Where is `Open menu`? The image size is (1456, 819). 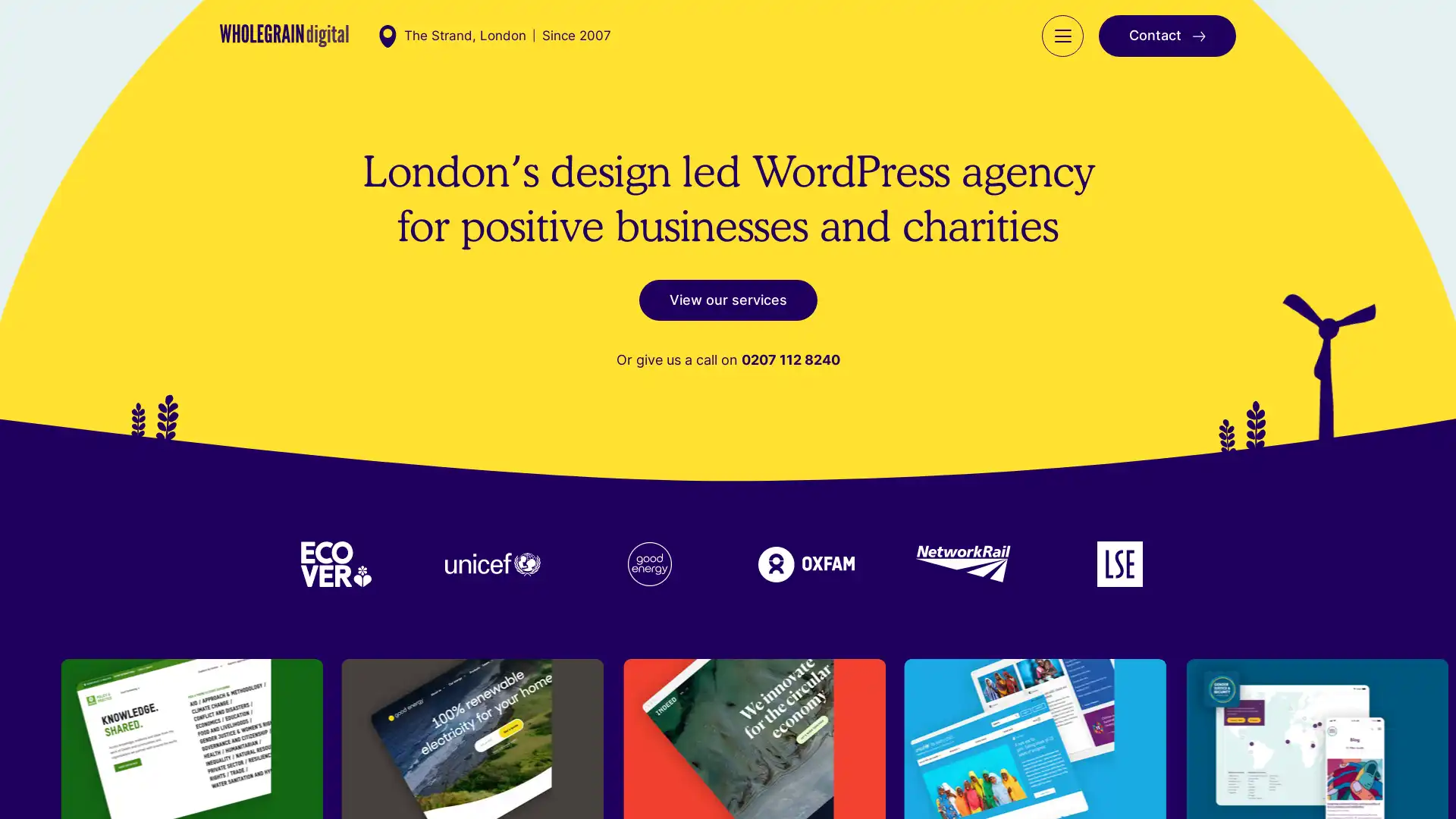
Open menu is located at coordinates (1062, 50).